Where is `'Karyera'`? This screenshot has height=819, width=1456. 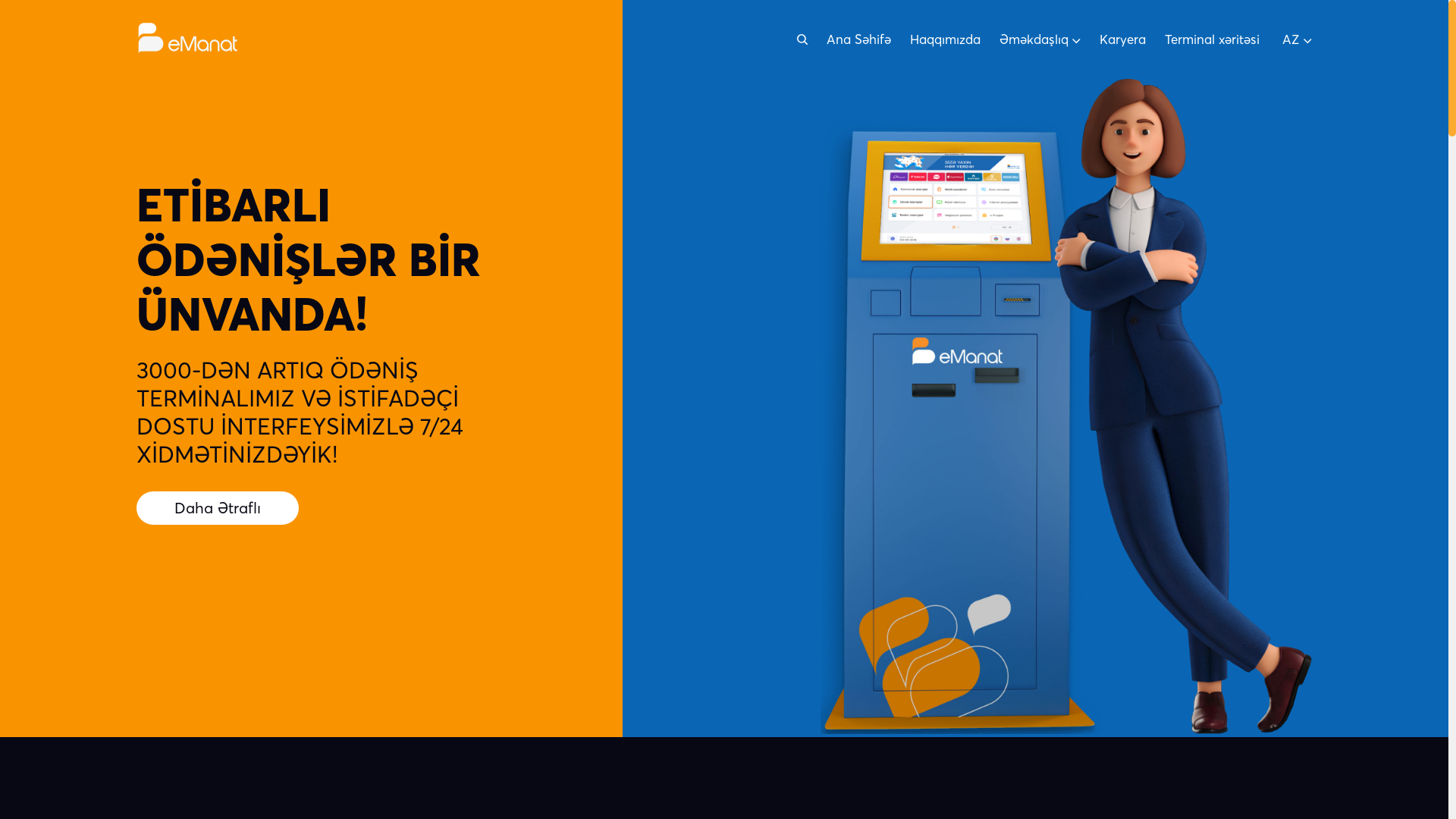
'Karyera' is located at coordinates (1122, 39).